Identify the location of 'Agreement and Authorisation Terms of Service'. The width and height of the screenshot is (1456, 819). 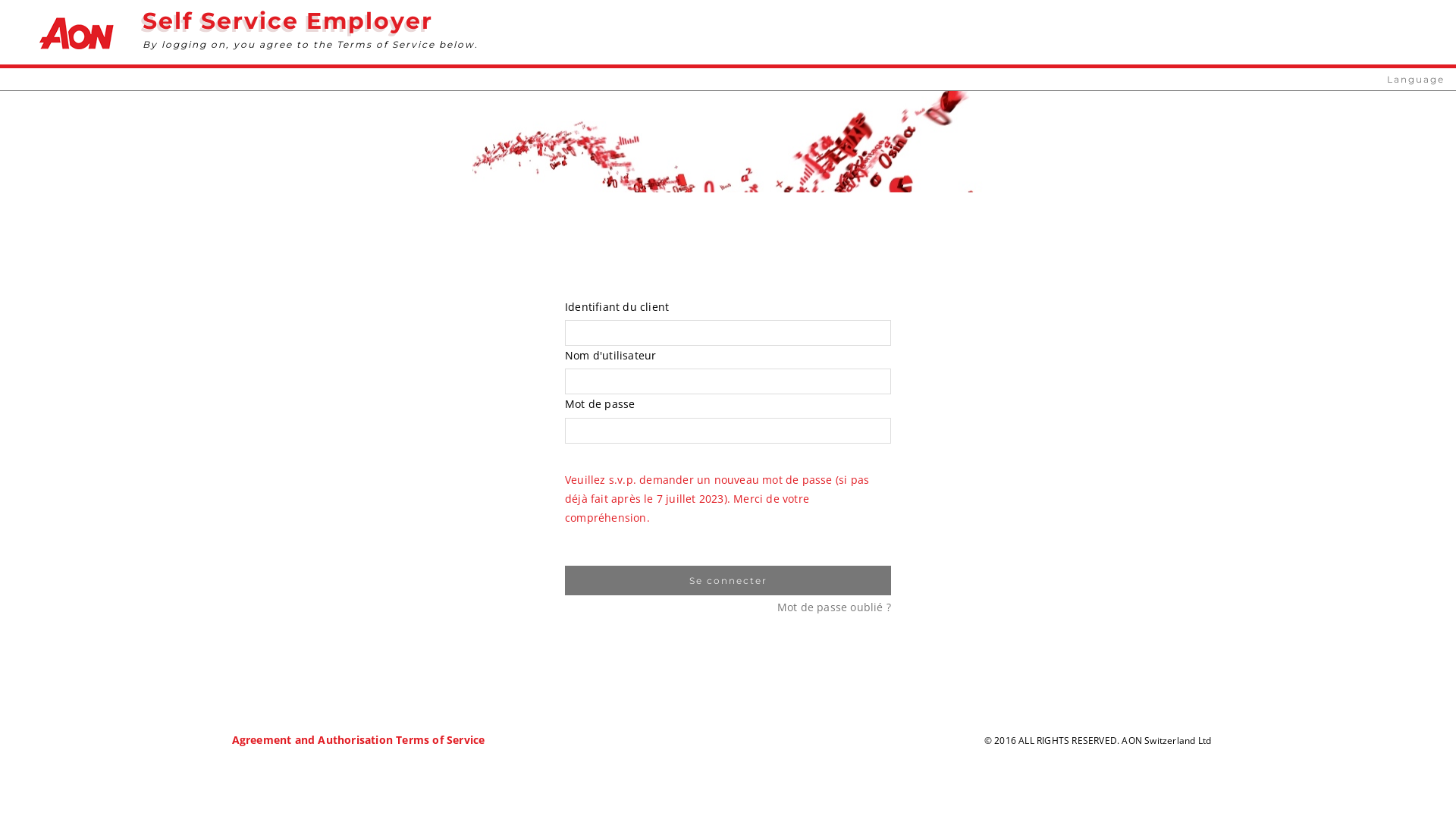
(358, 739).